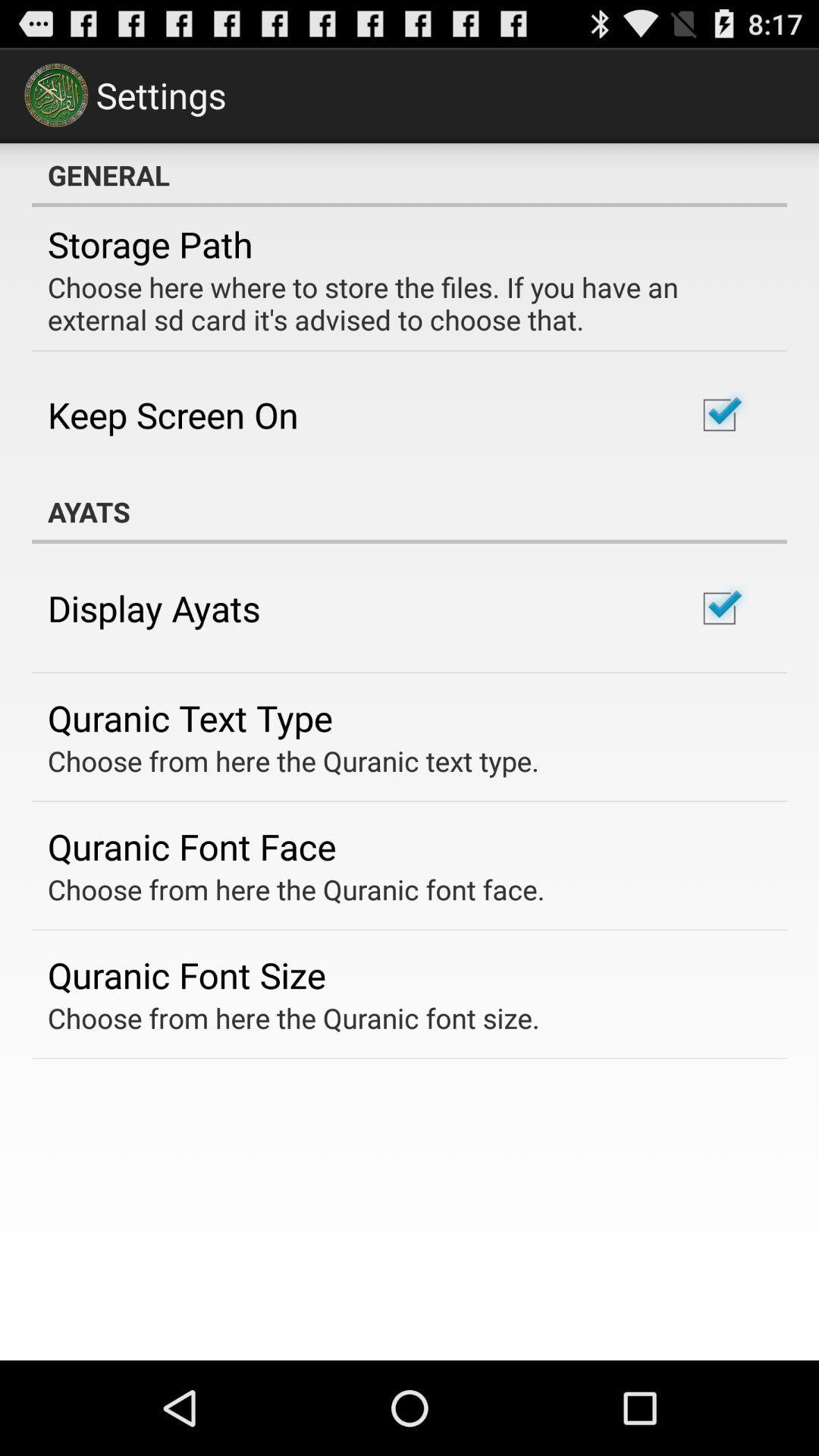  Describe the element at coordinates (409, 174) in the screenshot. I see `item above the storage path app` at that location.